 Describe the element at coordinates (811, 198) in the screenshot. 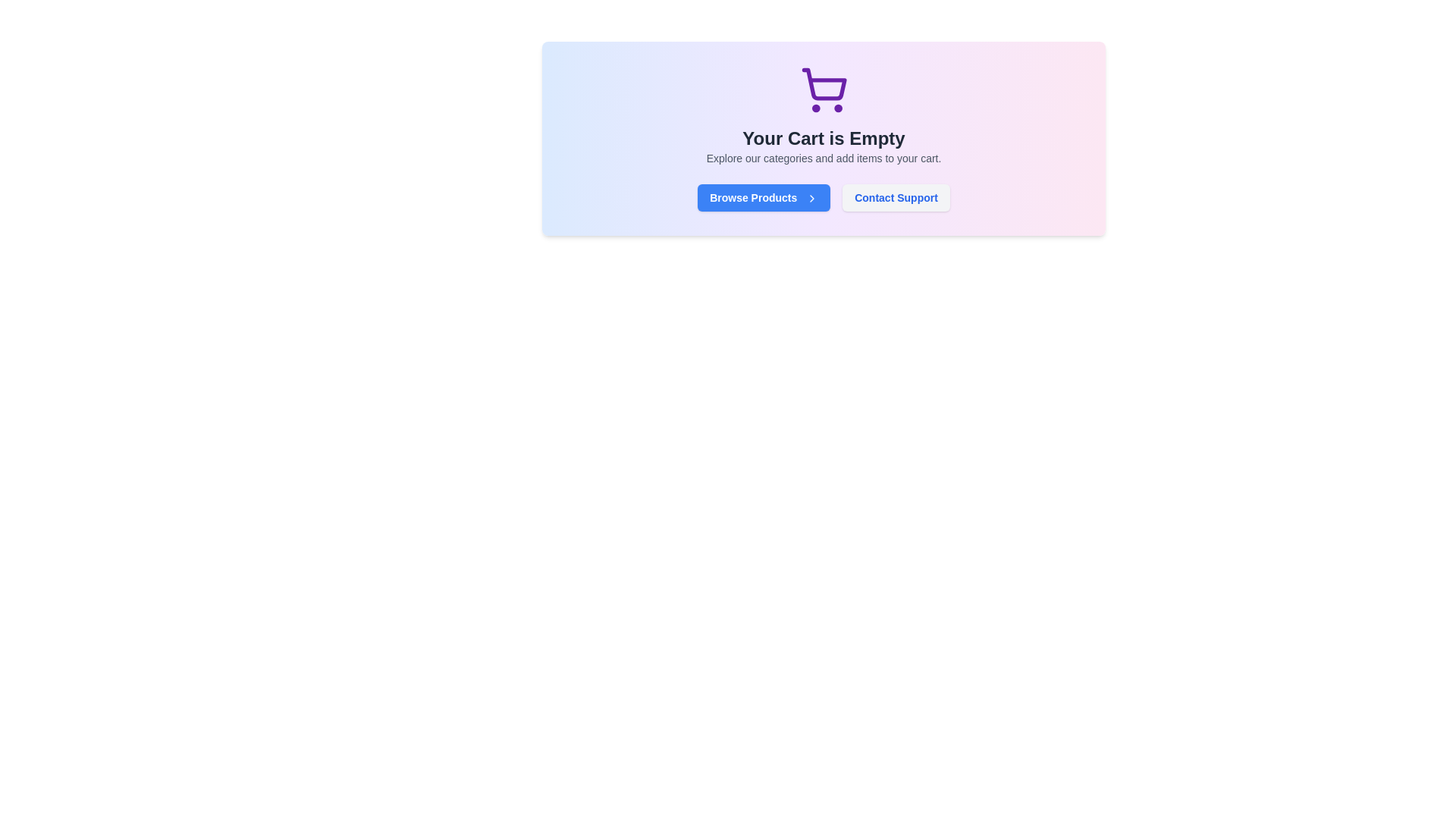

I see `the rightward-pointing arrow icon within the outlined circle, located on the far right end of the 'Browse Products' button` at that location.